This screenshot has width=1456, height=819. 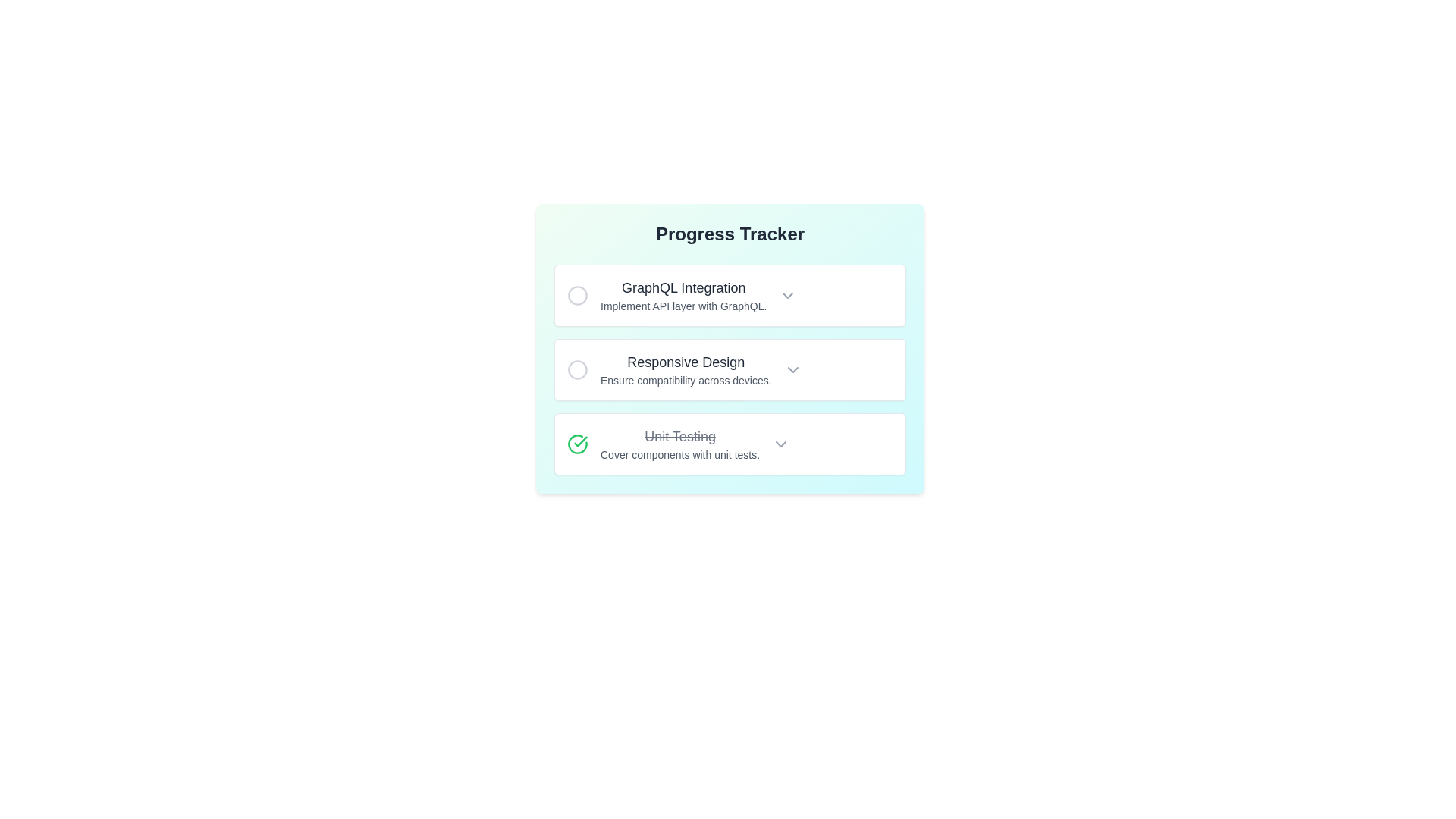 What do you see at coordinates (580, 441) in the screenshot?
I see `the green check mark icon inside the circular boundary located in the bottom-most task row labeled 'Unit Testing' in the progress tracker` at bounding box center [580, 441].